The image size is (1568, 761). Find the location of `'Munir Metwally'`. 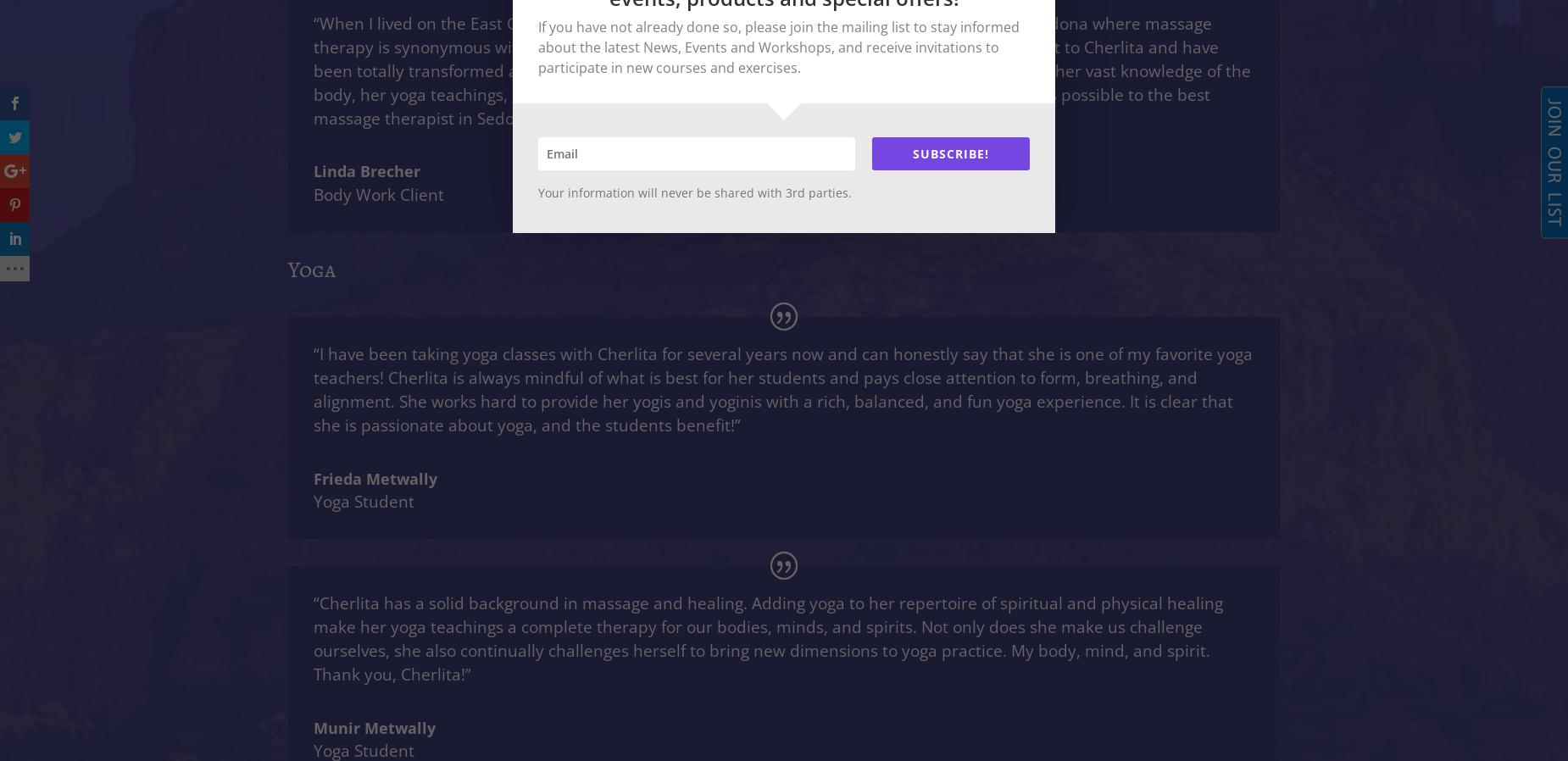

'Munir Metwally' is located at coordinates (313, 727).